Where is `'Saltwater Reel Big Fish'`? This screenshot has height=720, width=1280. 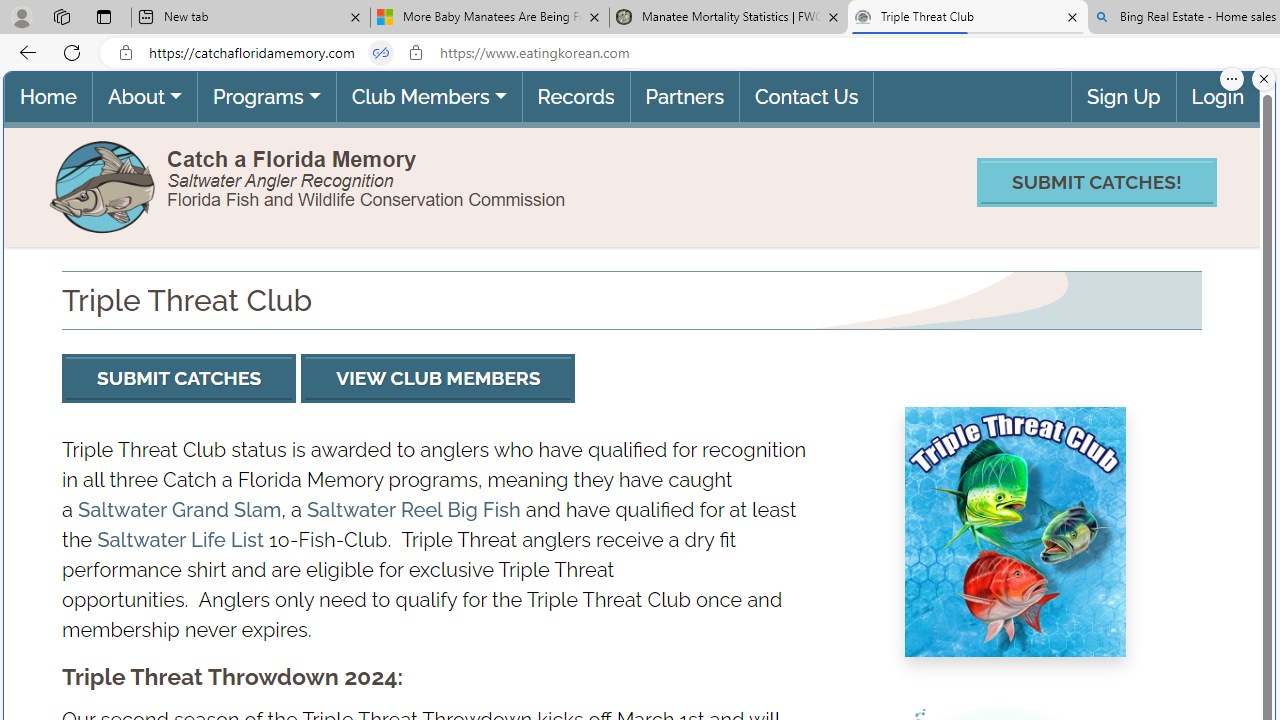
'Saltwater Reel Big Fish' is located at coordinates (412, 508).